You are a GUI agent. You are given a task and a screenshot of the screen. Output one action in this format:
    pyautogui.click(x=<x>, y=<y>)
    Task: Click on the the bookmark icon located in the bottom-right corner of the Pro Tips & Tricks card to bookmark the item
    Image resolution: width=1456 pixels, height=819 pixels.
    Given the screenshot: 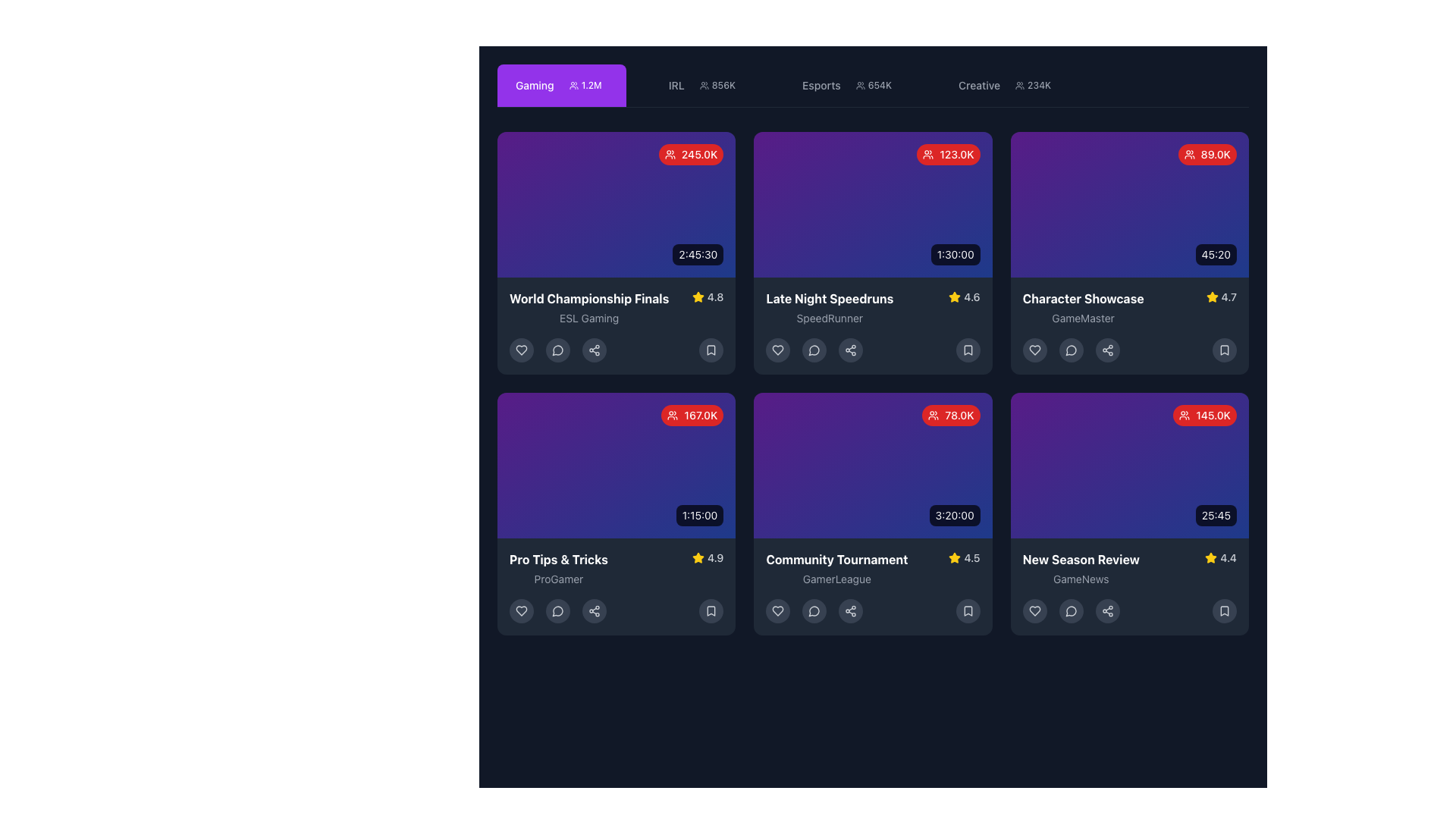 What is the action you would take?
    pyautogui.click(x=710, y=610)
    